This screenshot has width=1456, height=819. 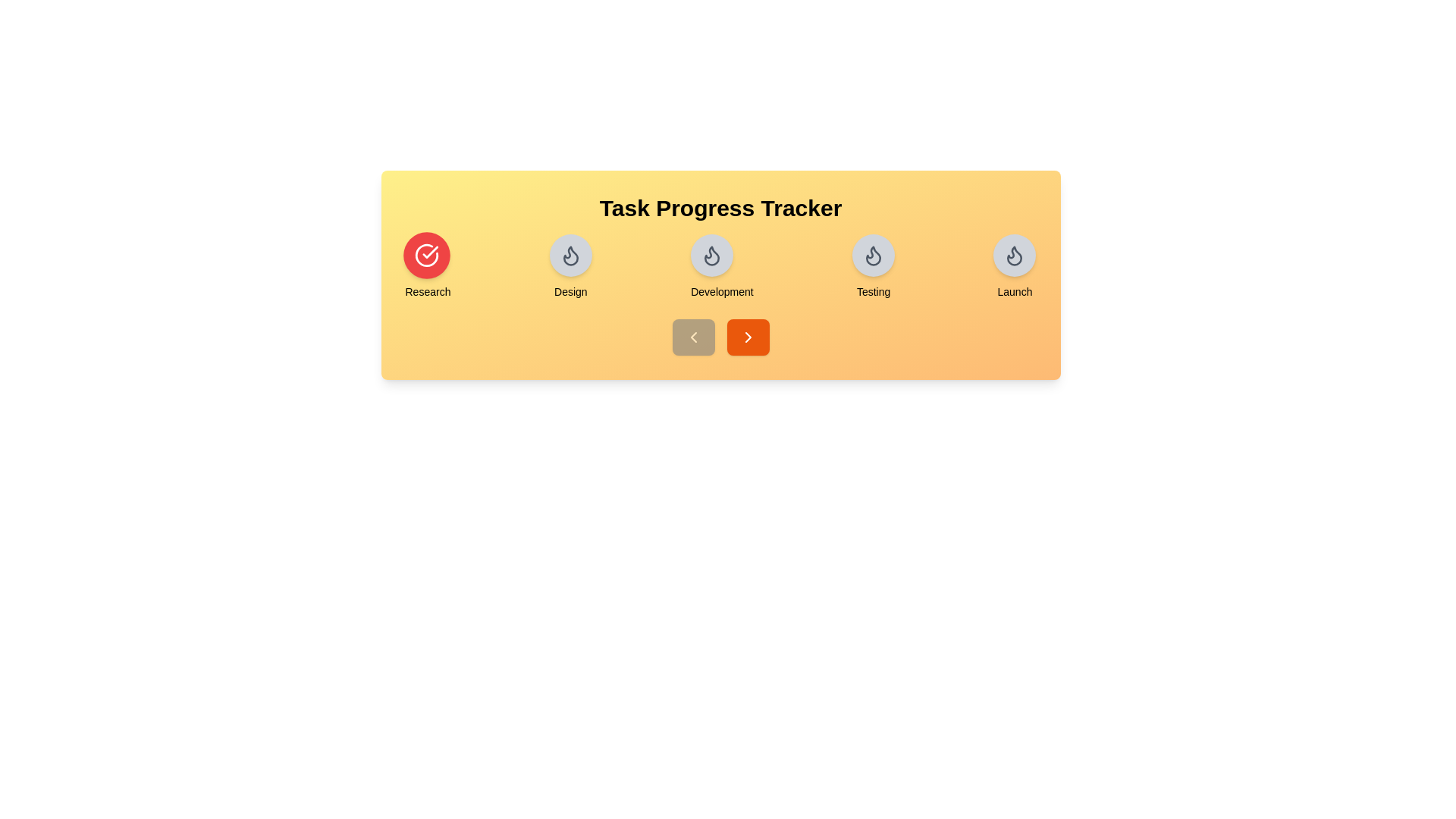 What do you see at coordinates (425, 254) in the screenshot?
I see `the 'Research' stage icon in the task progress tracker, which is visually indicating the current or completed stage` at bounding box center [425, 254].